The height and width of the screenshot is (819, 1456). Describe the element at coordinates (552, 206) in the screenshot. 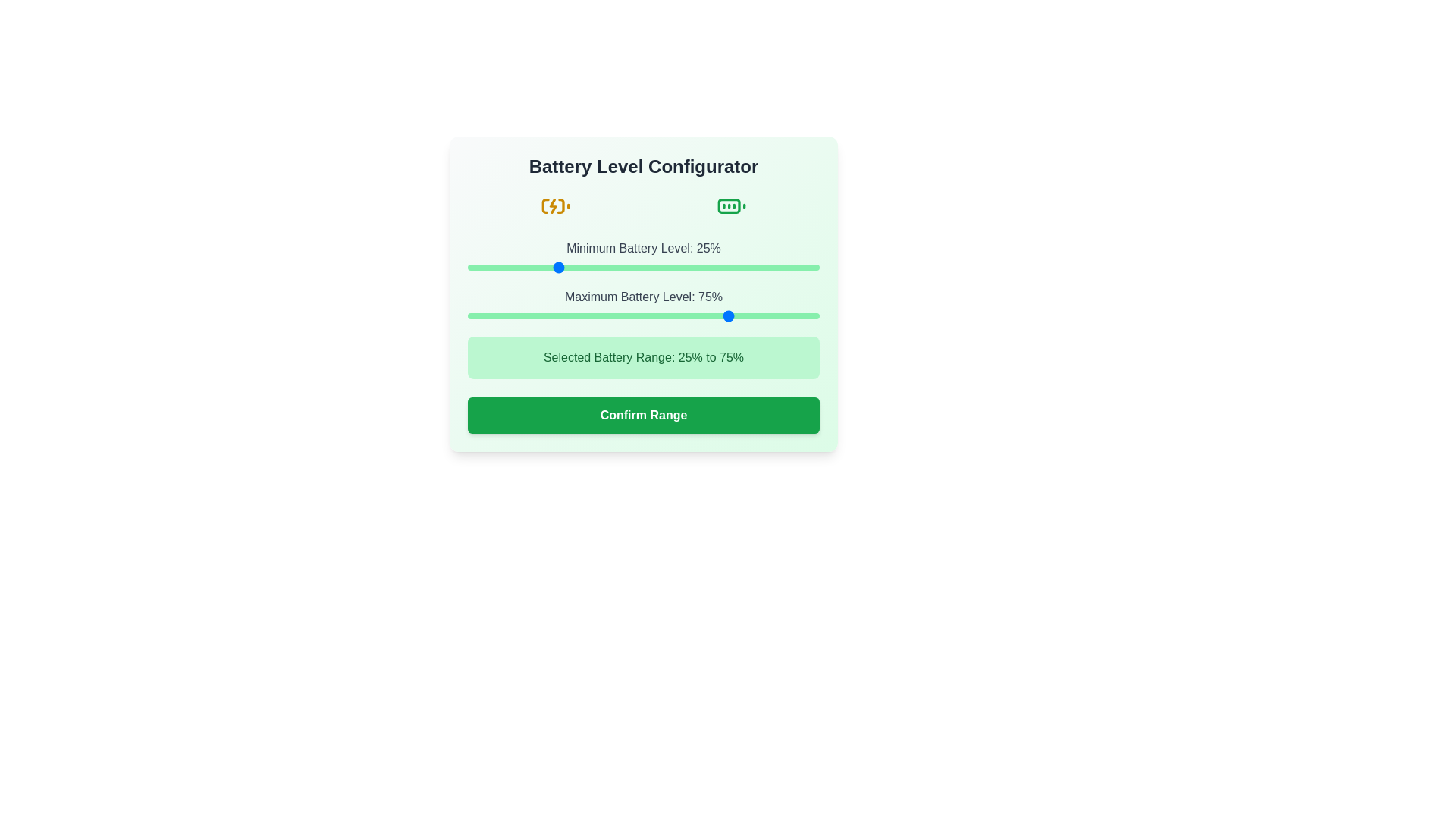

I see `the charging symbol icon located inside the battery icon on the left side of the top section of the interface` at that location.